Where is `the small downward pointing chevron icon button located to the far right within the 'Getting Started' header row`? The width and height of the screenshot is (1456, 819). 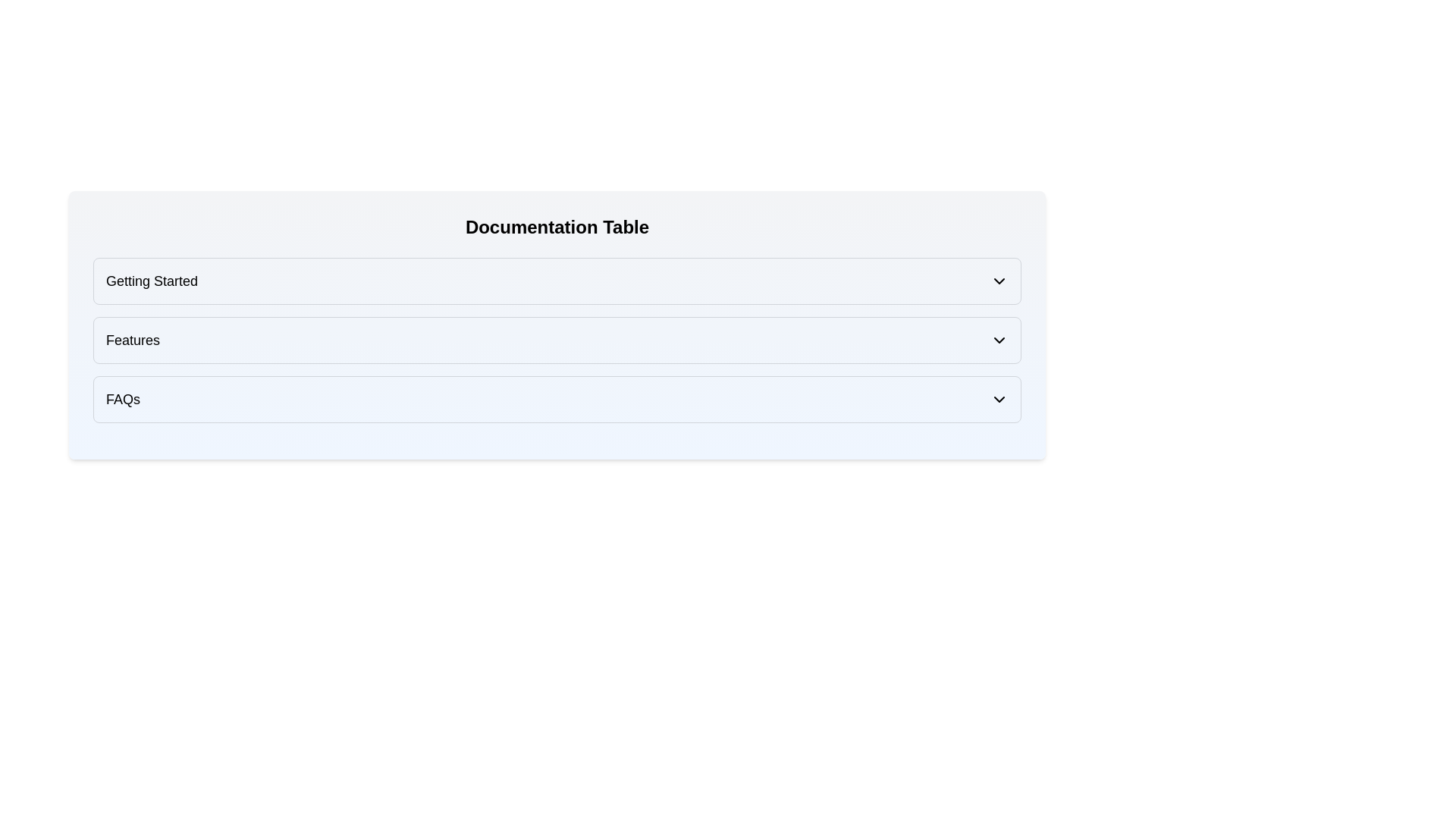
the small downward pointing chevron icon button located to the far right within the 'Getting Started' header row is located at coordinates (999, 281).